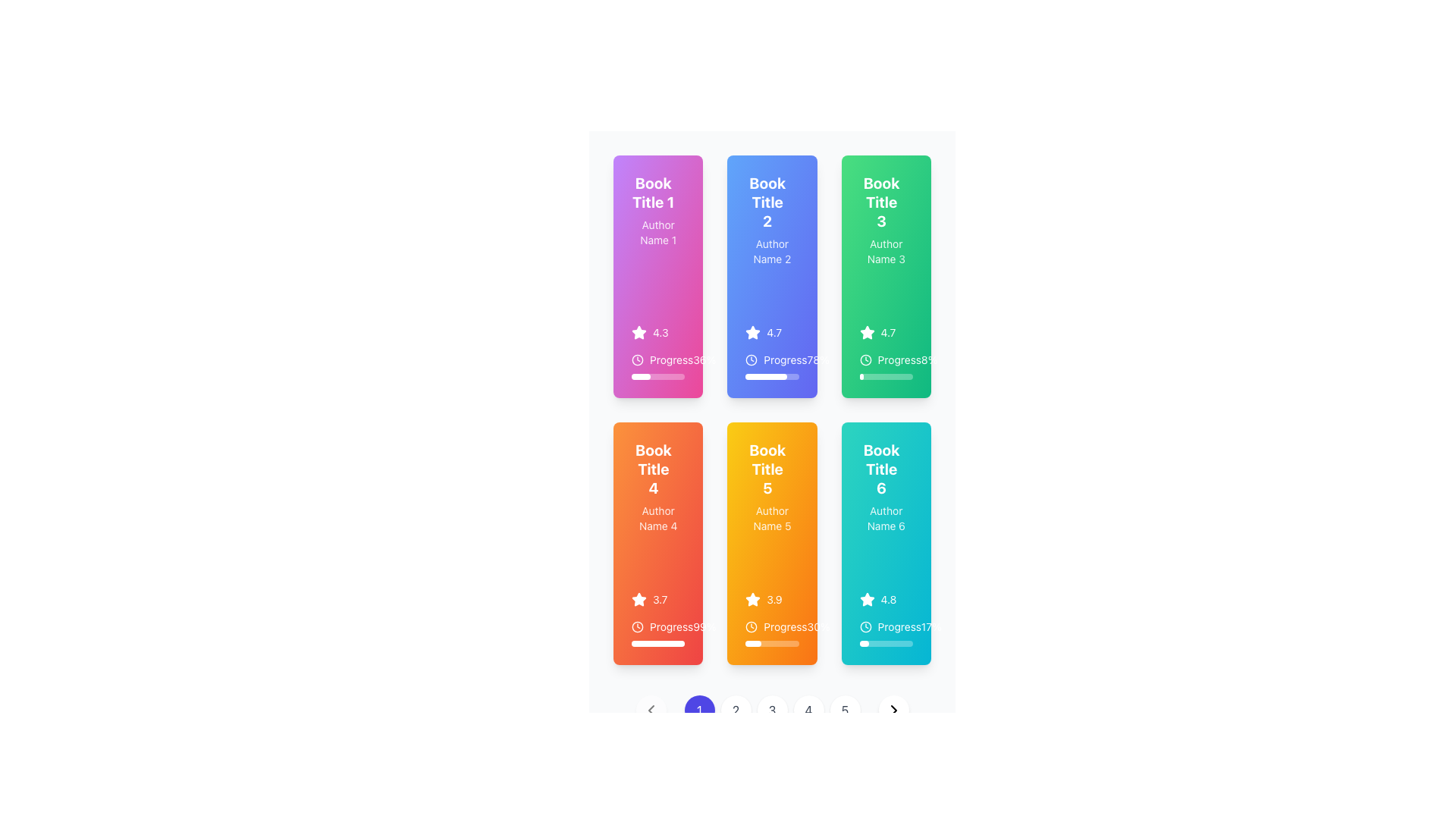  Describe the element at coordinates (772, 359) in the screenshot. I see `the Text display element showing 'Progress 78%' with a clock-like icon, located in the second card of the top row titled 'Book Title 2'` at that location.